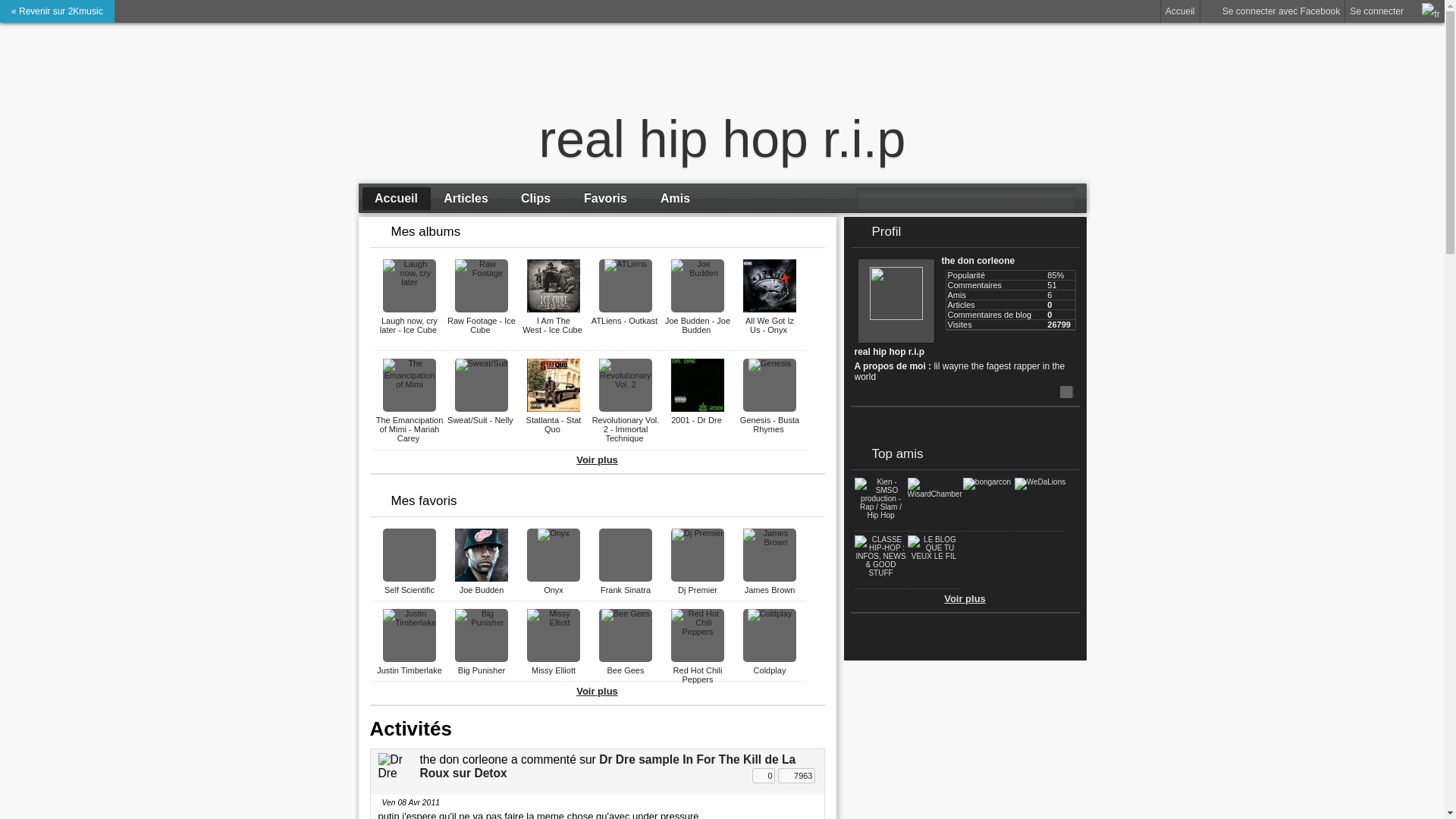  What do you see at coordinates (987, 482) in the screenshot?
I see `'bongarcon'` at bounding box center [987, 482].